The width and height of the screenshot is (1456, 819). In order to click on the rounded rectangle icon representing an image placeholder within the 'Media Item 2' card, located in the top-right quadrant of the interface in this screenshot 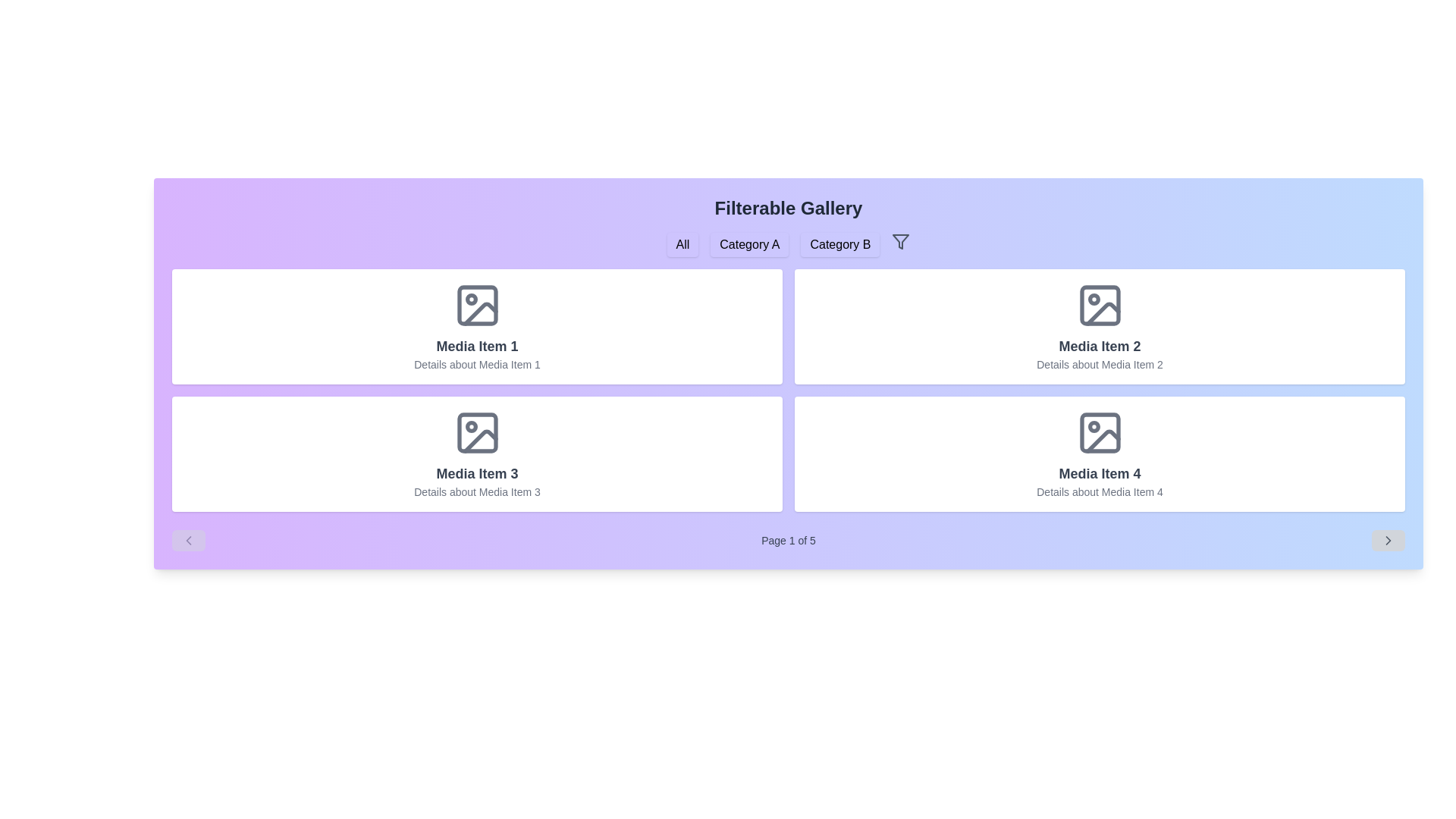, I will do `click(1100, 305)`.